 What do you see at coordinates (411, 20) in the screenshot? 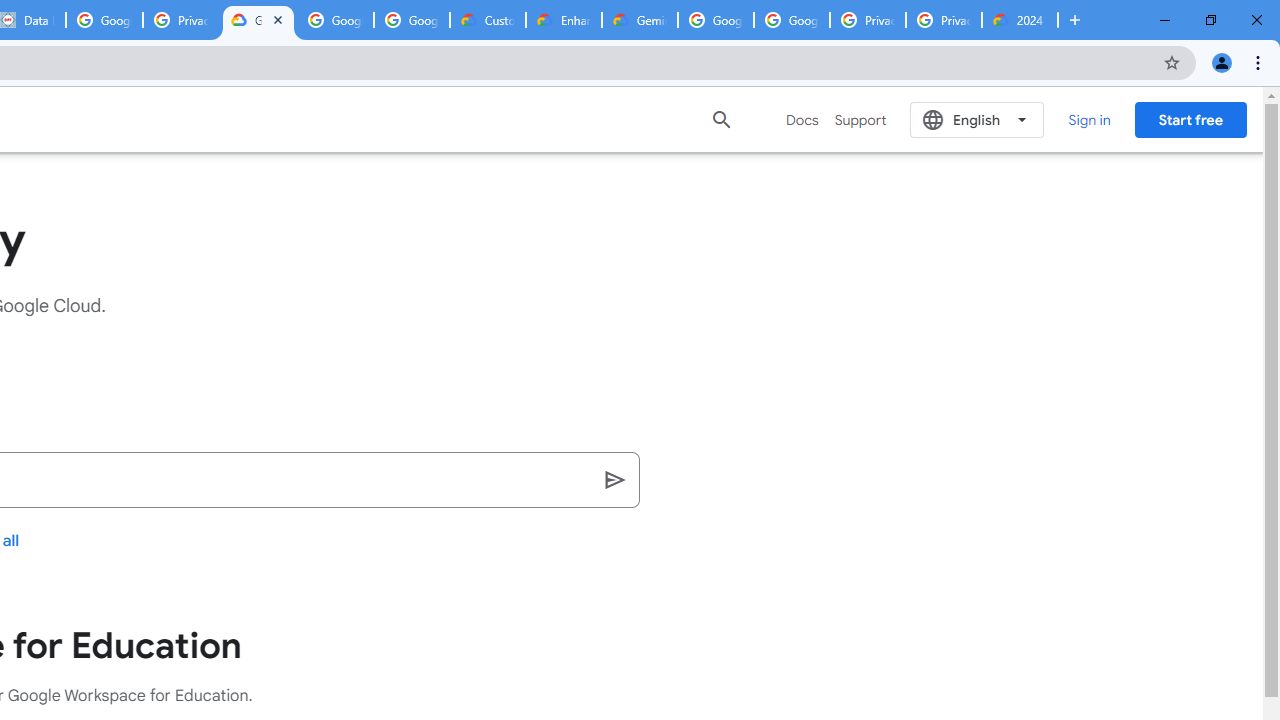
I see `'Google Workspace - Specific Terms'` at bounding box center [411, 20].